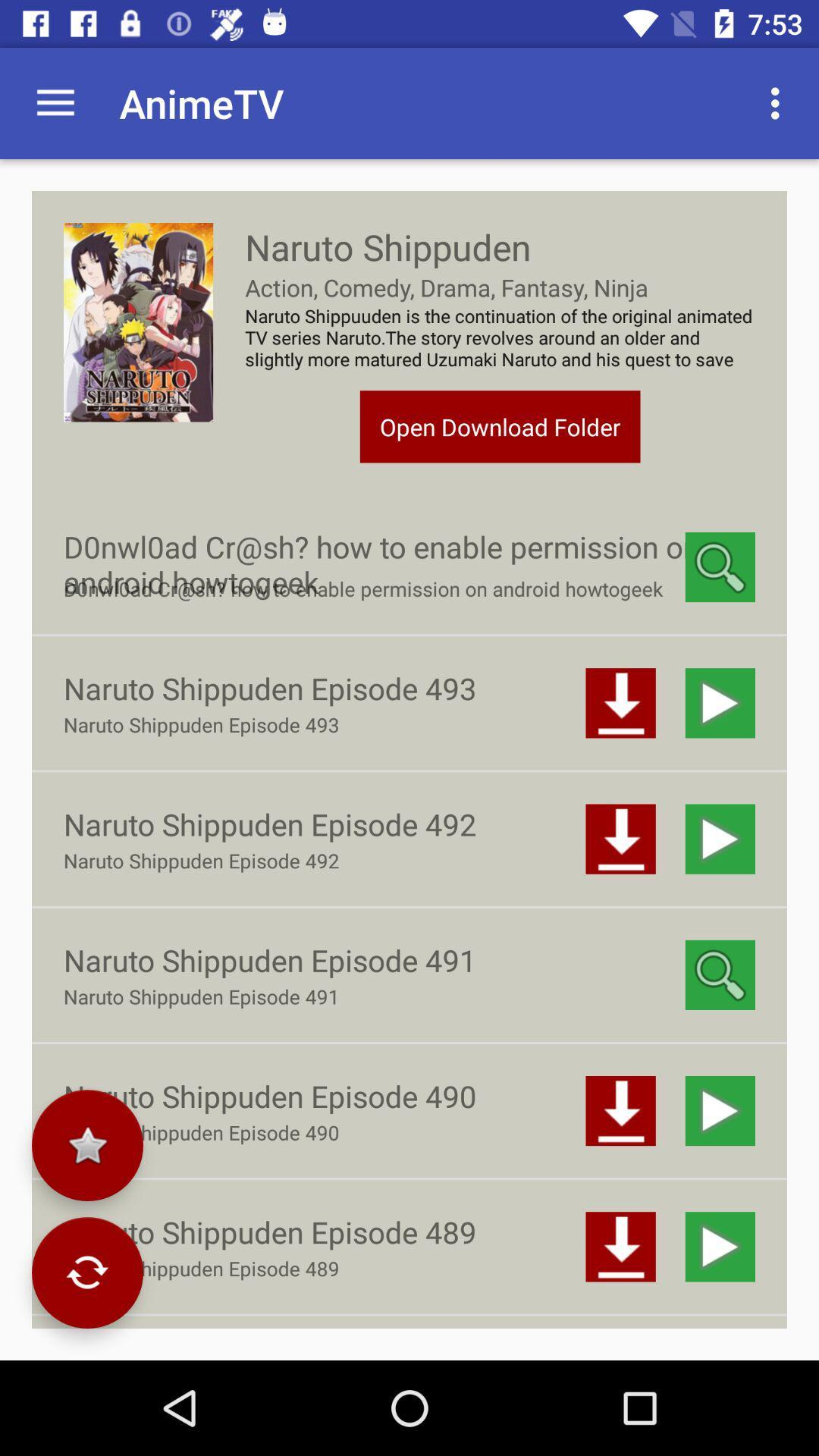  Describe the element at coordinates (500, 425) in the screenshot. I see `open download folder item` at that location.